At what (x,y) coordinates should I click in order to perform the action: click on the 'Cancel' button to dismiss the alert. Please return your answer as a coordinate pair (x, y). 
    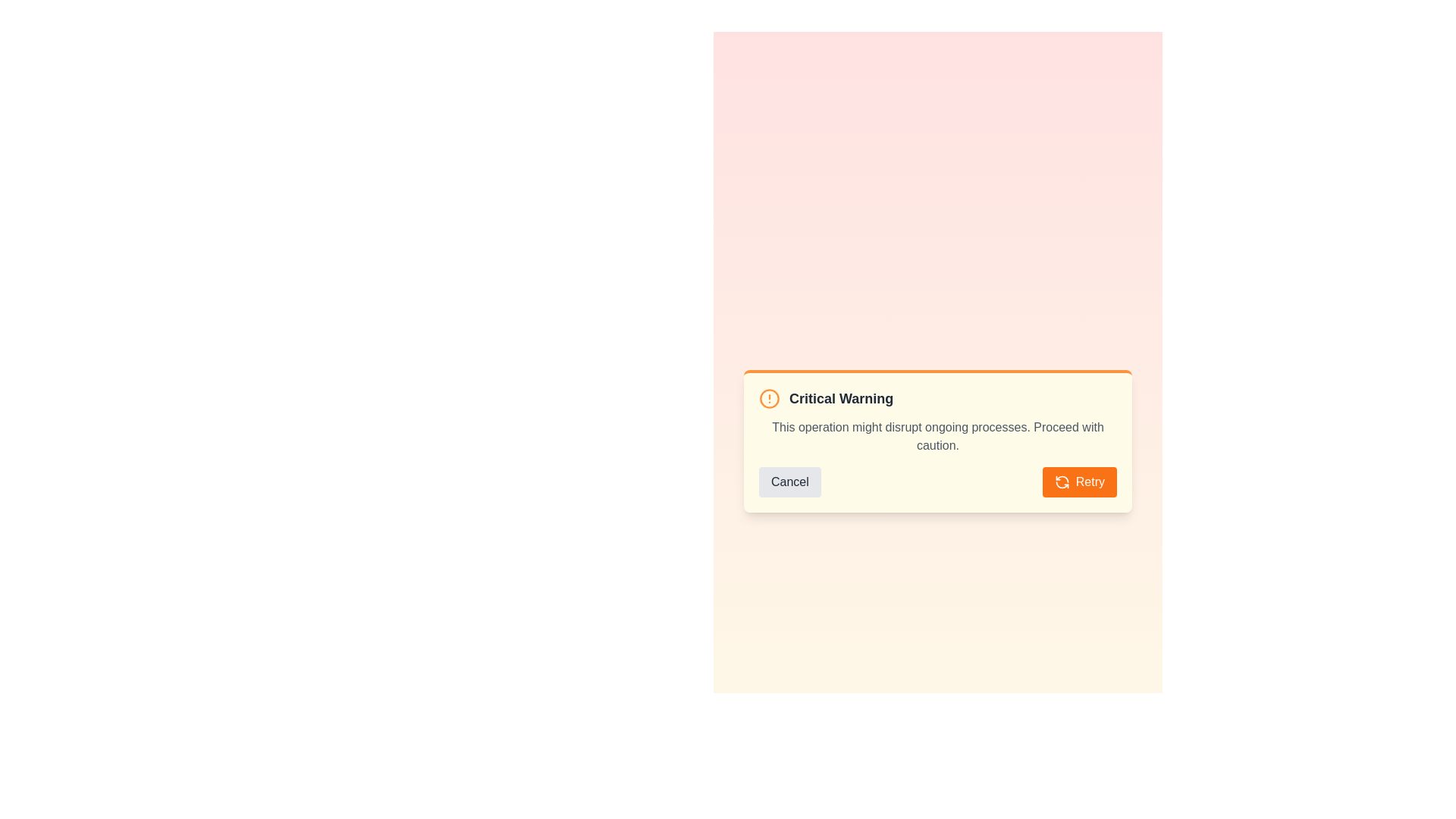
    Looking at the image, I should click on (789, 482).